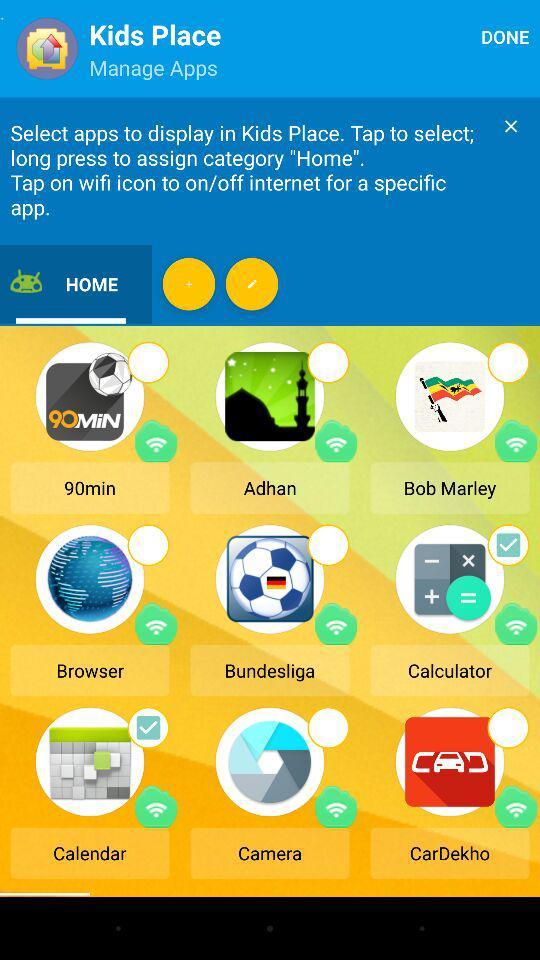  What do you see at coordinates (147, 361) in the screenshot?
I see `check box under 90min` at bounding box center [147, 361].